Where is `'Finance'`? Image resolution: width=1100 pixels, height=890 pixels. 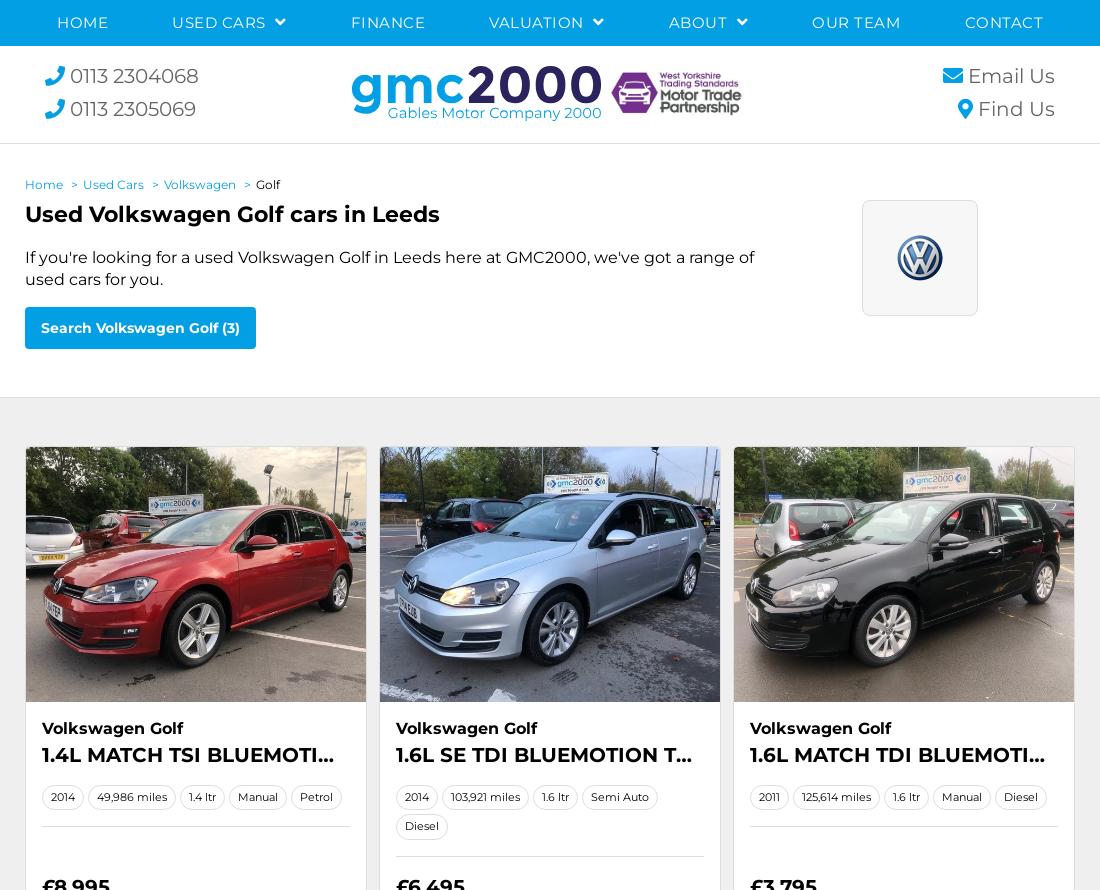
'Finance' is located at coordinates (387, 22).